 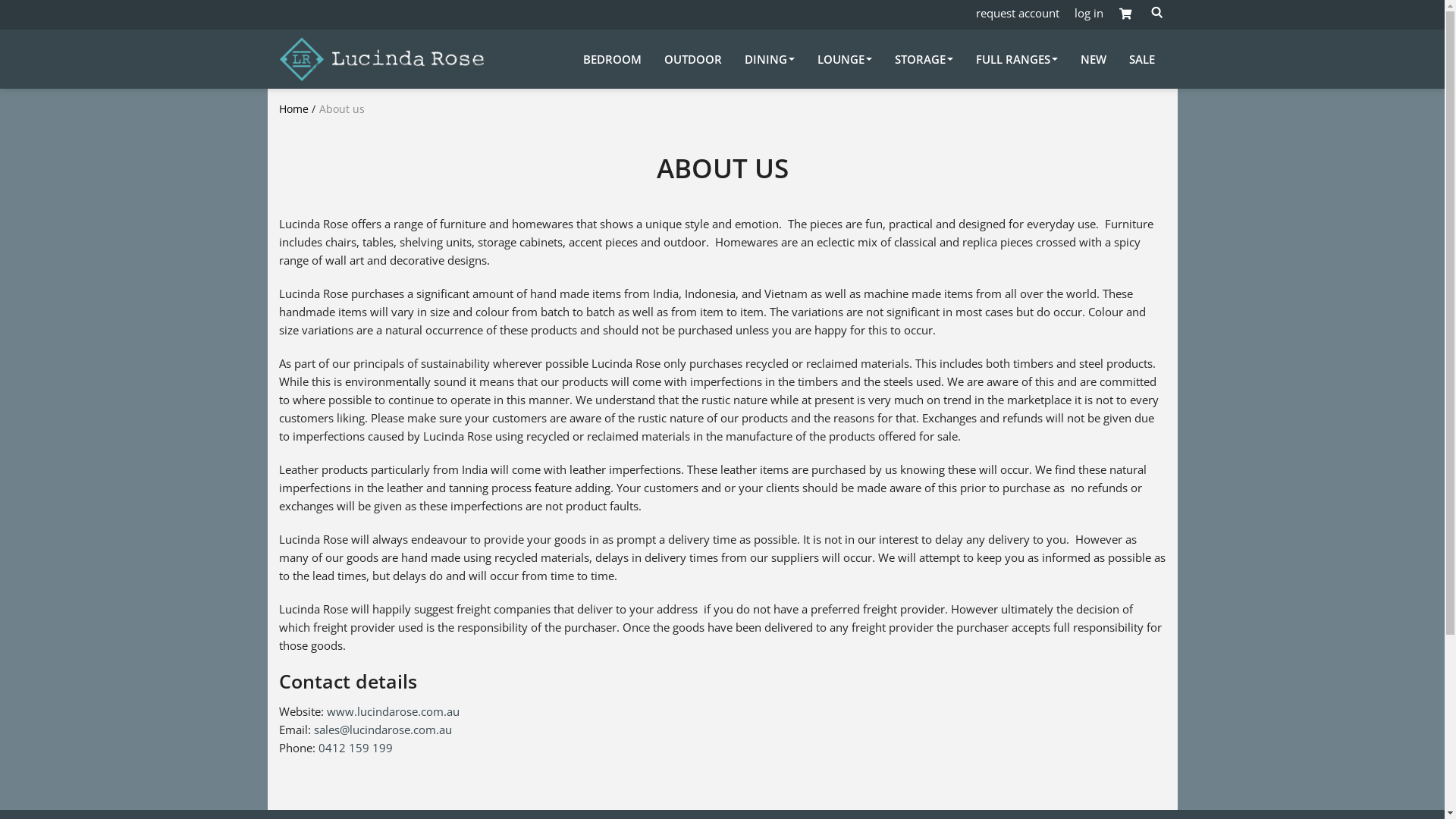 I want to click on 'STORAGE', so click(x=923, y=58).